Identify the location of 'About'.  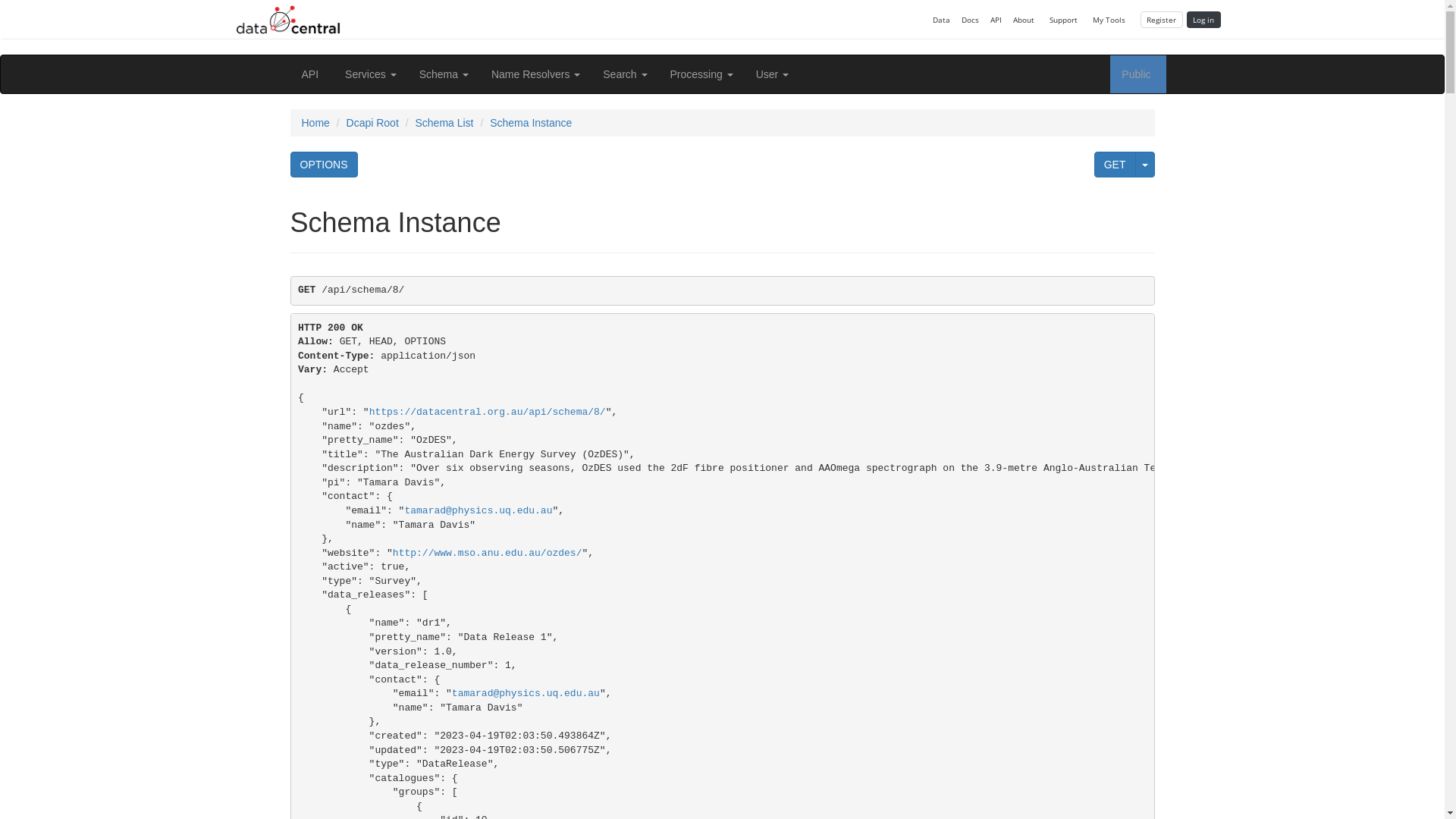
(1025, 20).